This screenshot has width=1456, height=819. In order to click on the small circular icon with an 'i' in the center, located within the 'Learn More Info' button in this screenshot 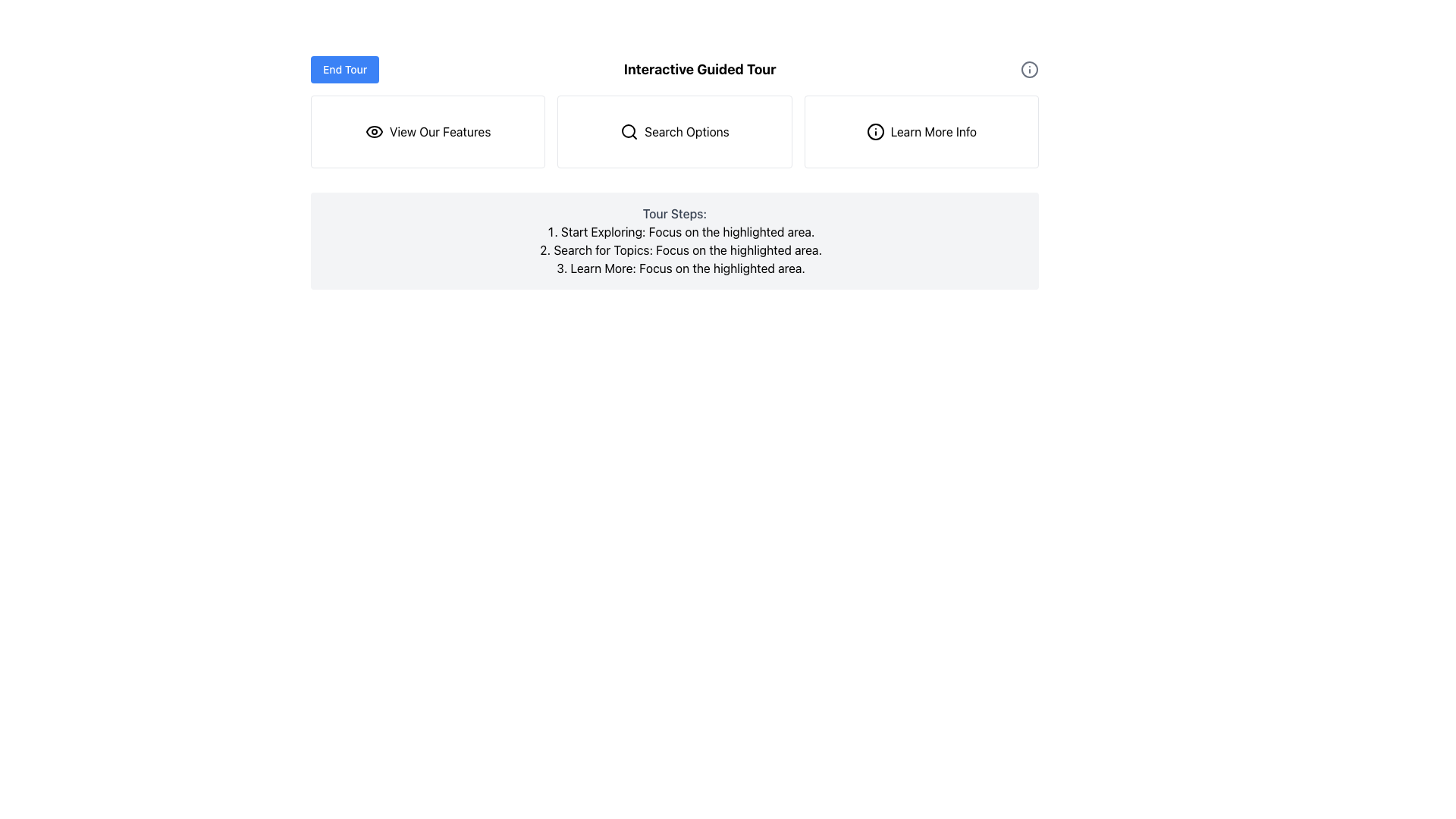, I will do `click(875, 130)`.